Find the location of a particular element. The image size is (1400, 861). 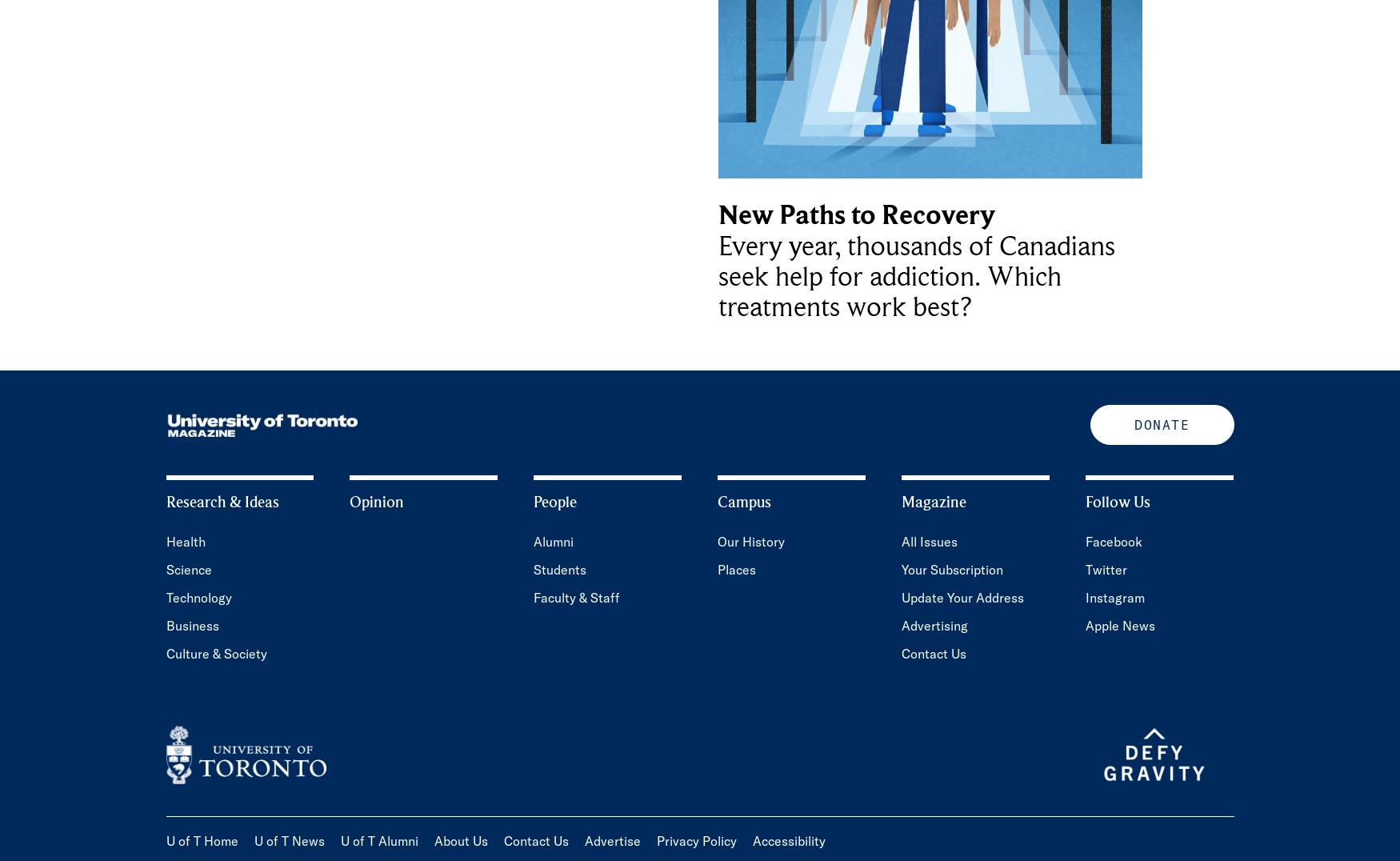

'Accessibility' is located at coordinates (788, 841).